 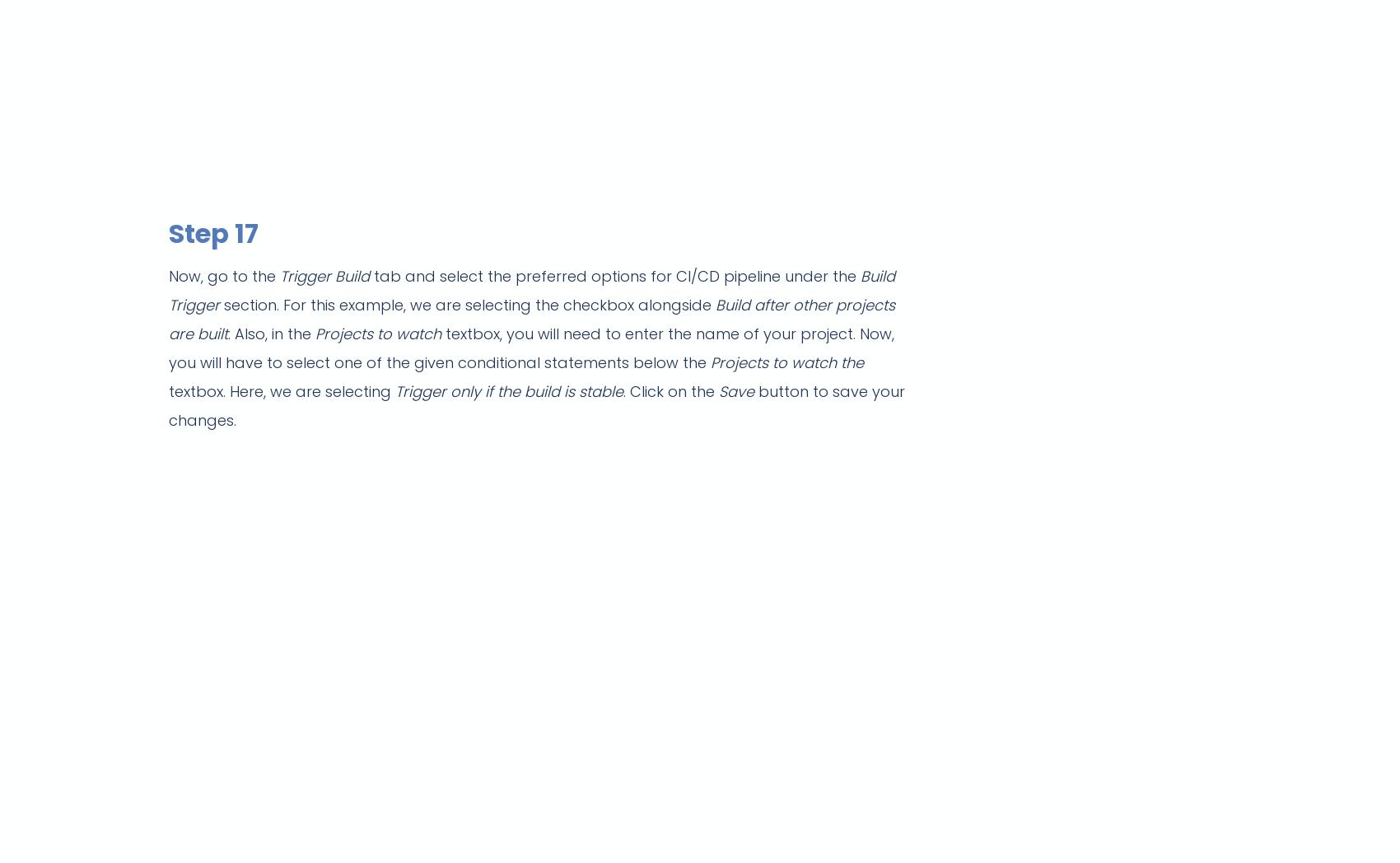 I want to click on 'textbox, you will need to enter the name of your project. Now, you will have to select one of the given conditional statements below the', so click(x=531, y=348).